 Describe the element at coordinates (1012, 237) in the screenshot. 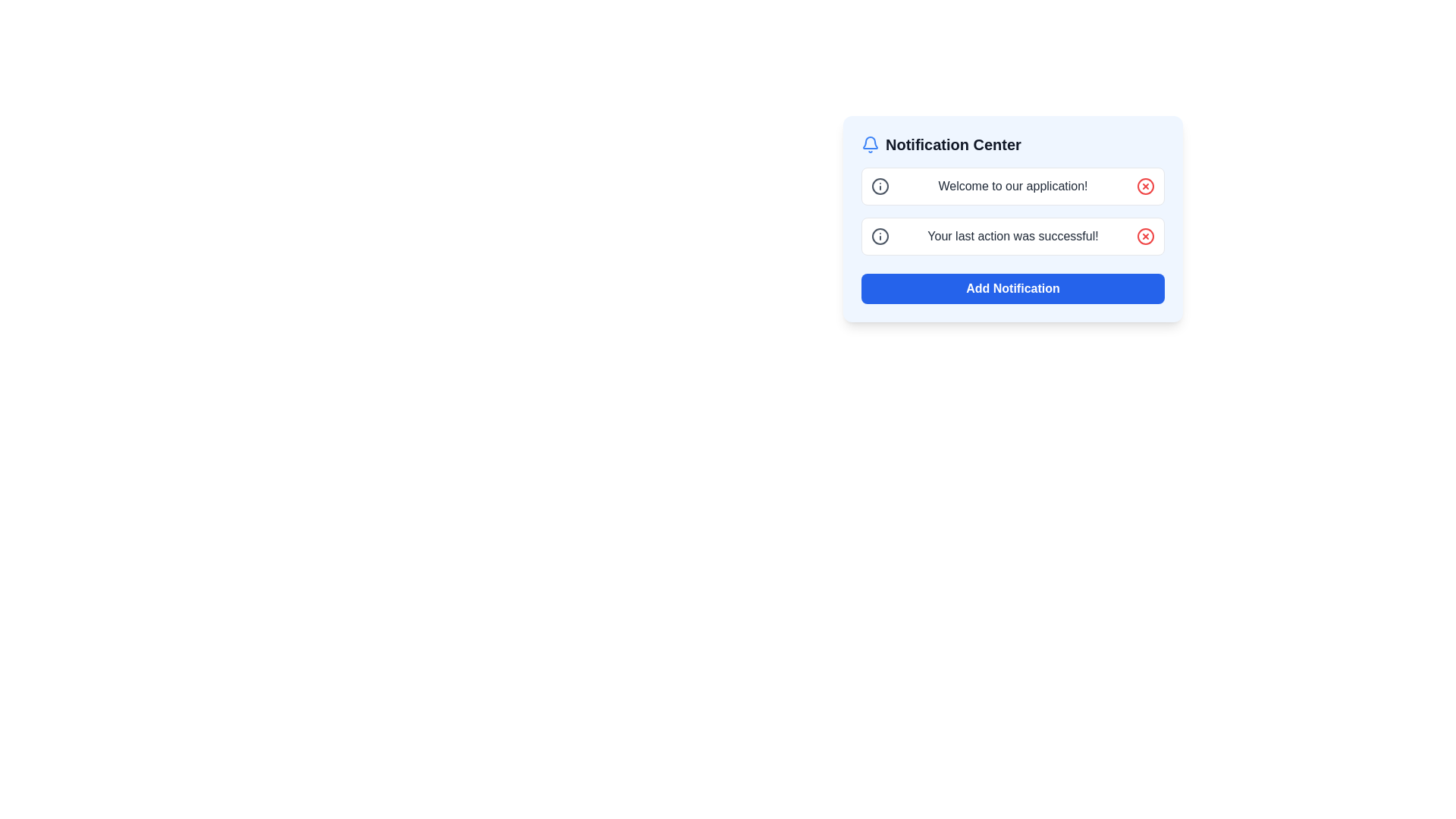

I see `the text label that reads 'Your last action was successful!' which is located in the second notification panel, positioned between an information icon on the left and a red 'close' icon on the right` at that location.